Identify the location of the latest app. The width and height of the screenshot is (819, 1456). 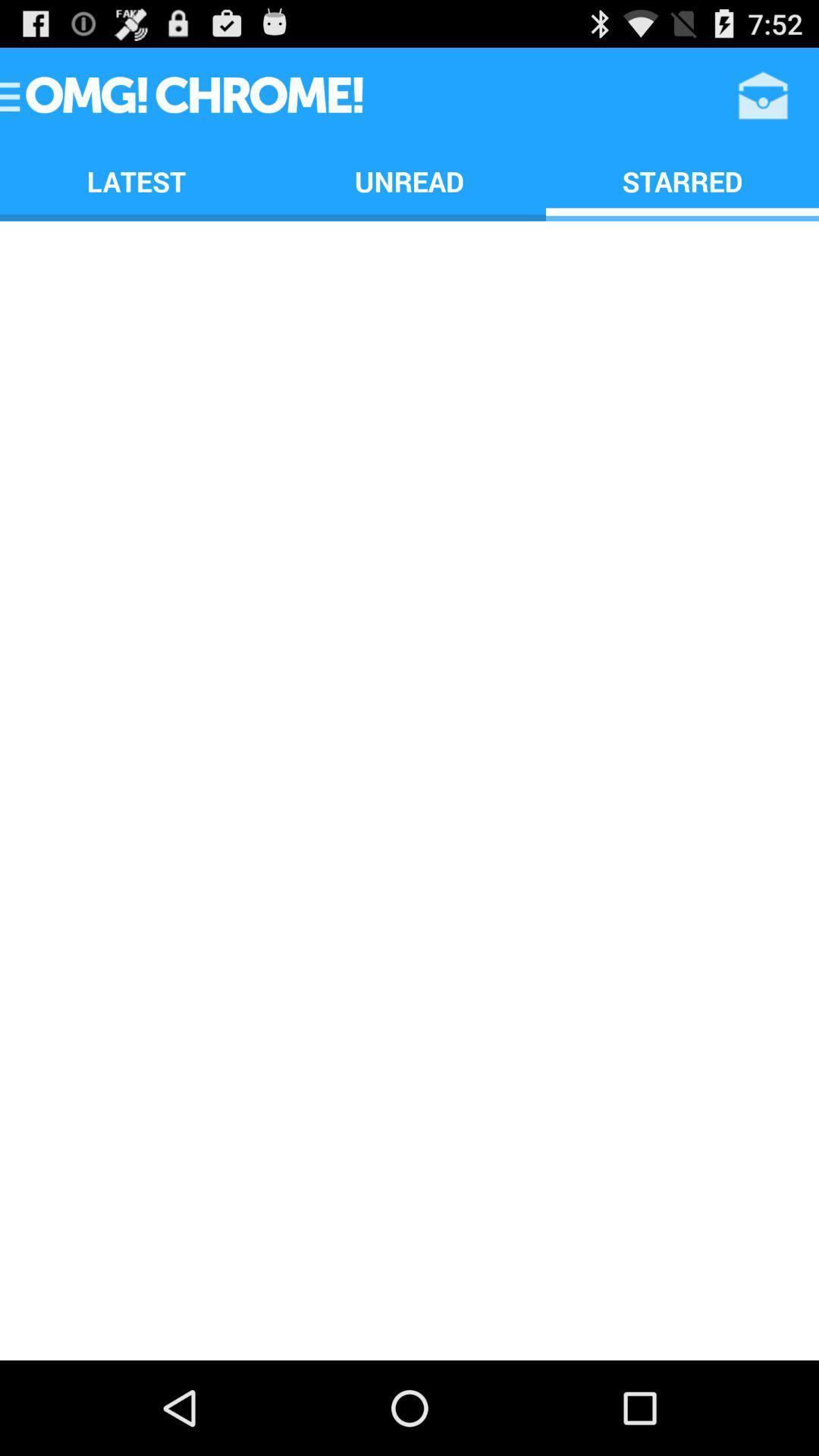
(136, 181).